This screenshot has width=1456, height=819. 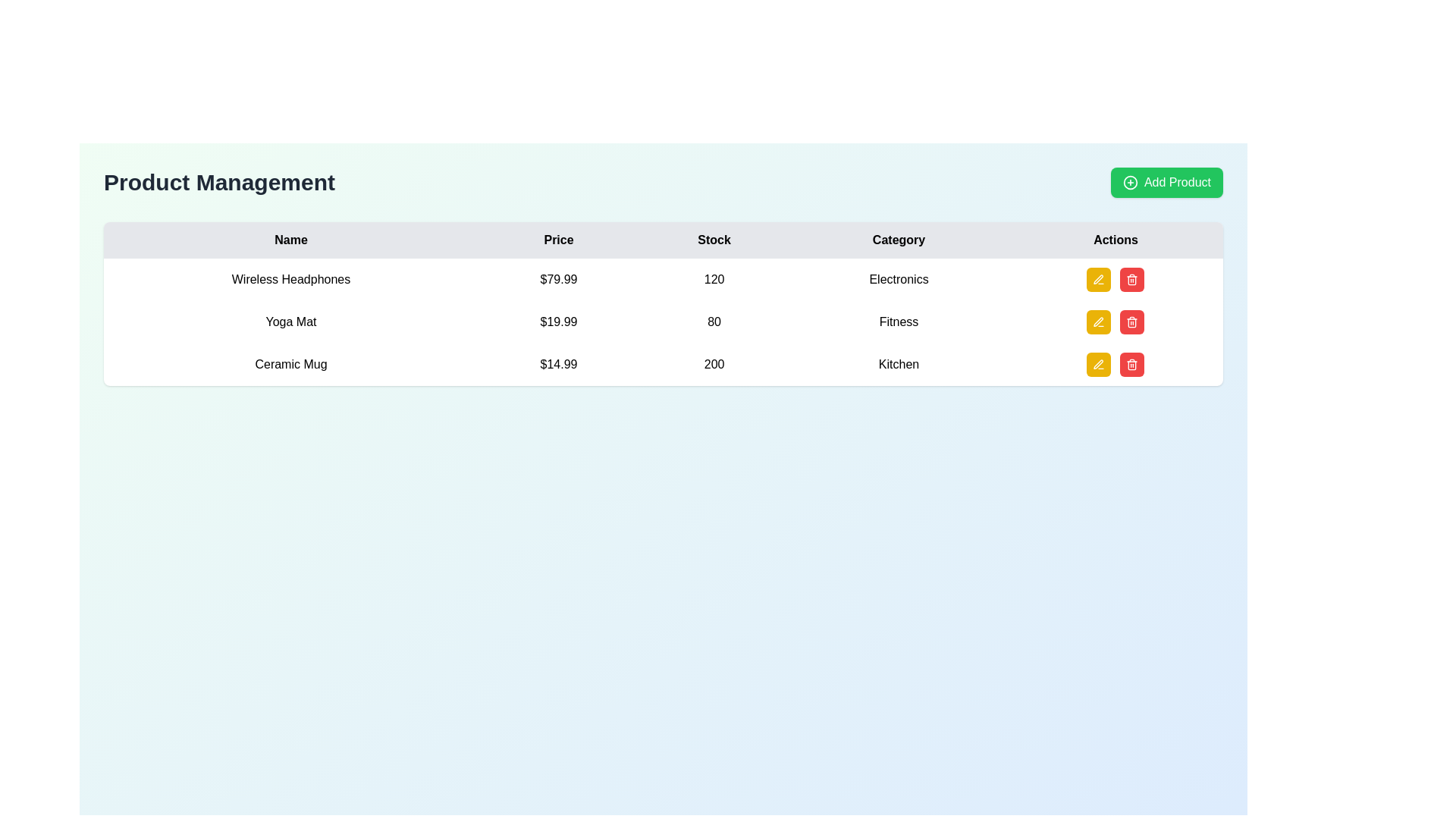 I want to click on and copy the text '120' from the table cell under the 'Stock' column for 'Wireless Headphones', so click(x=714, y=280).